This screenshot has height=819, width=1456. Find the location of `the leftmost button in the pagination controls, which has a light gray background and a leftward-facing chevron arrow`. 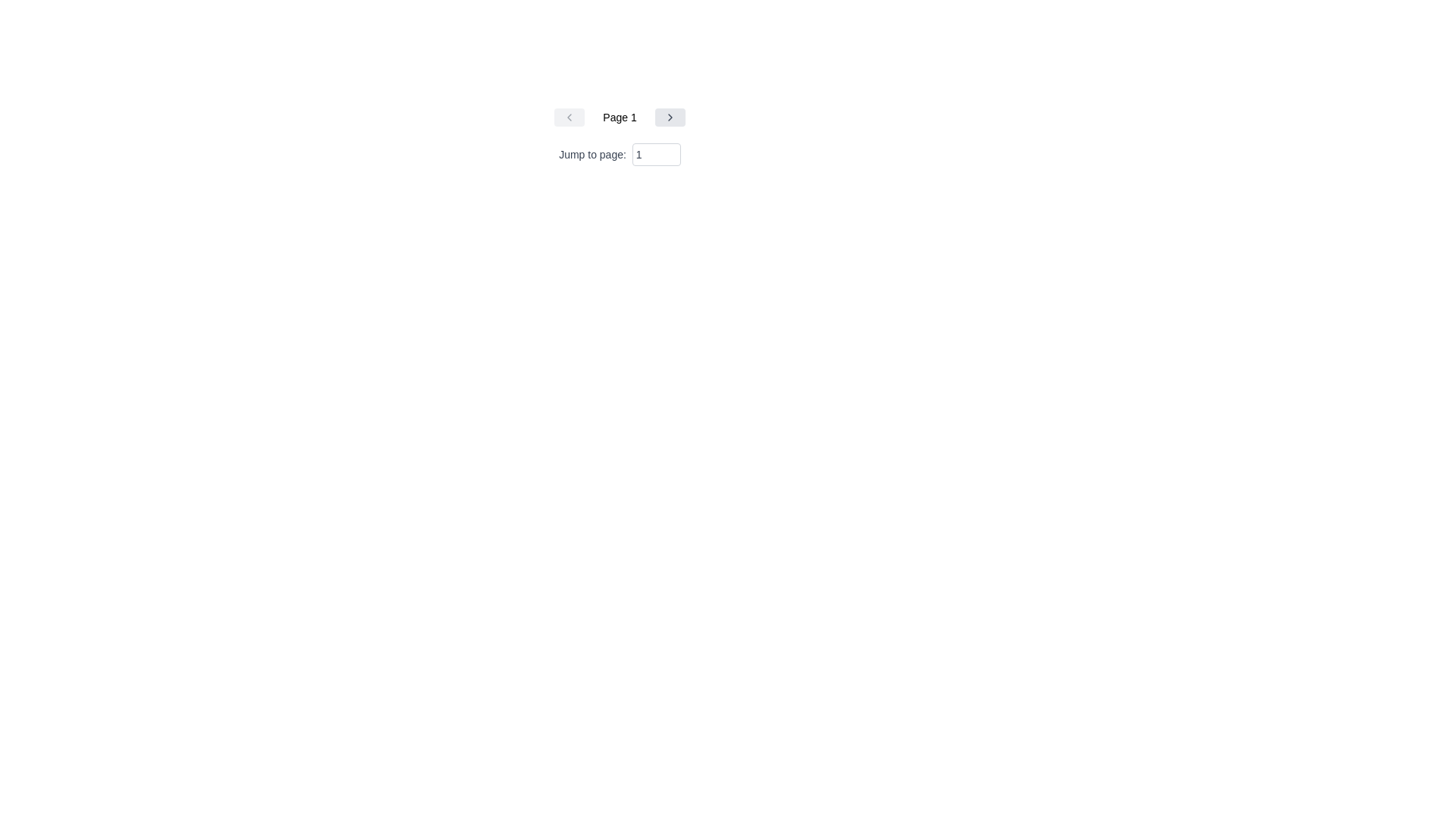

the leftmost button in the pagination controls, which has a light gray background and a leftward-facing chevron arrow is located at coordinates (569, 116).